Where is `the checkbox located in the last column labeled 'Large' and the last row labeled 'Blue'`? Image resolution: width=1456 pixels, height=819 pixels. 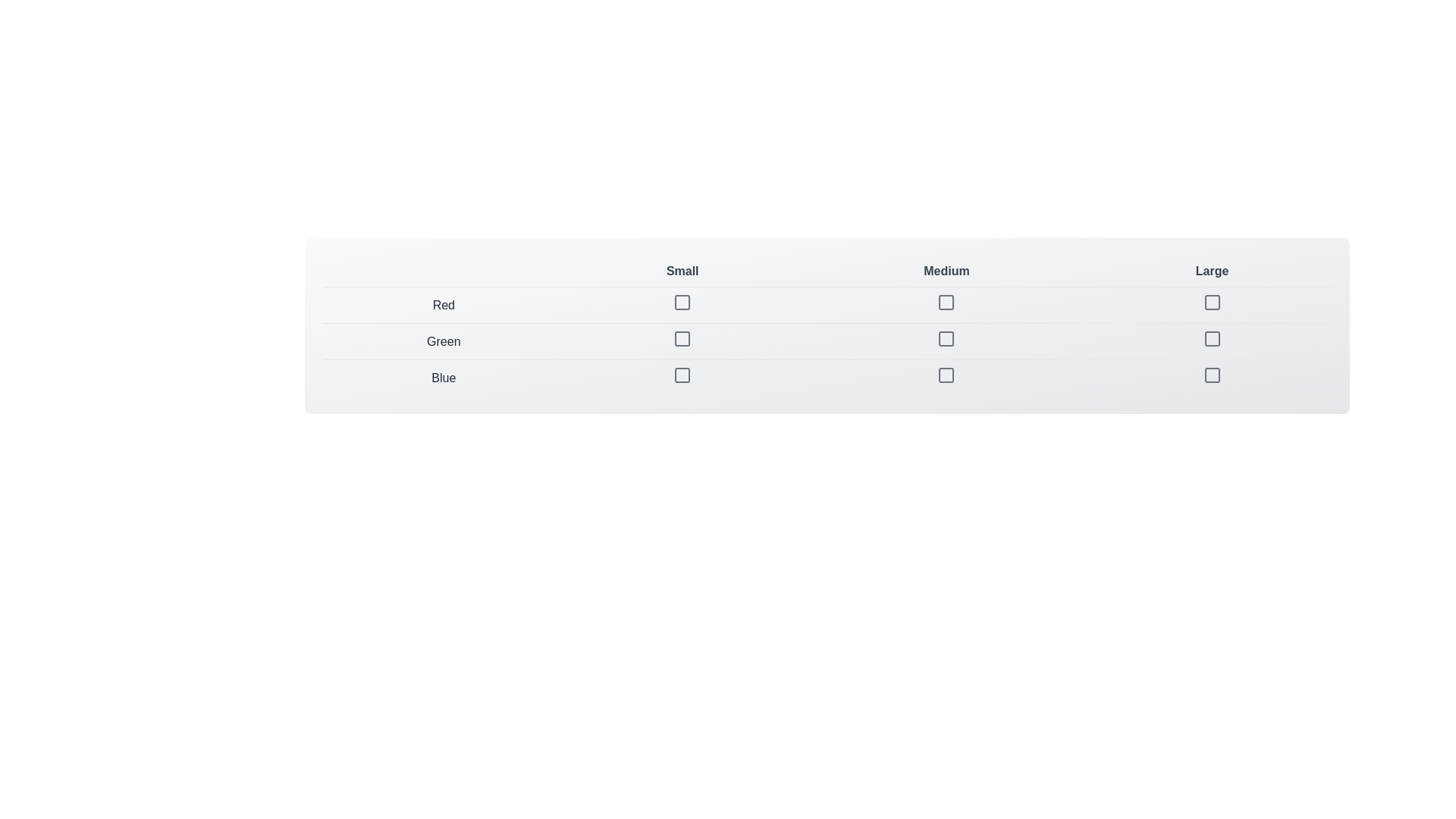
the checkbox located in the last column labeled 'Large' and the last row labeled 'Blue' is located at coordinates (1211, 377).